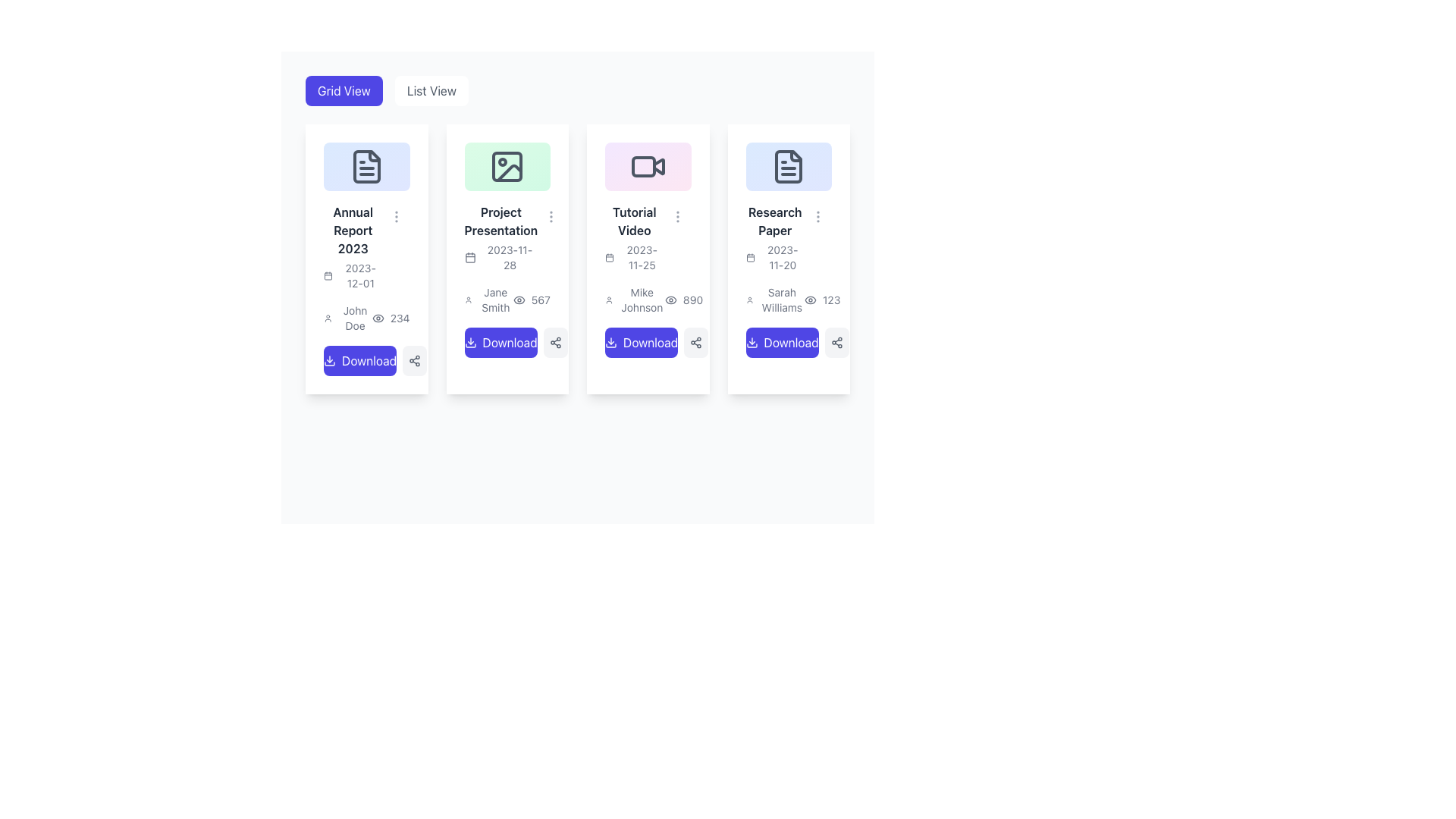 This screenshot has height=819, width=1456. What do you see at coordinates (400, 317) in the screenshot?
I see `the static text label displaying the number '234' located next to the eye icon in the 'Annual Report 2023' section` at bounding box center [400, 317].